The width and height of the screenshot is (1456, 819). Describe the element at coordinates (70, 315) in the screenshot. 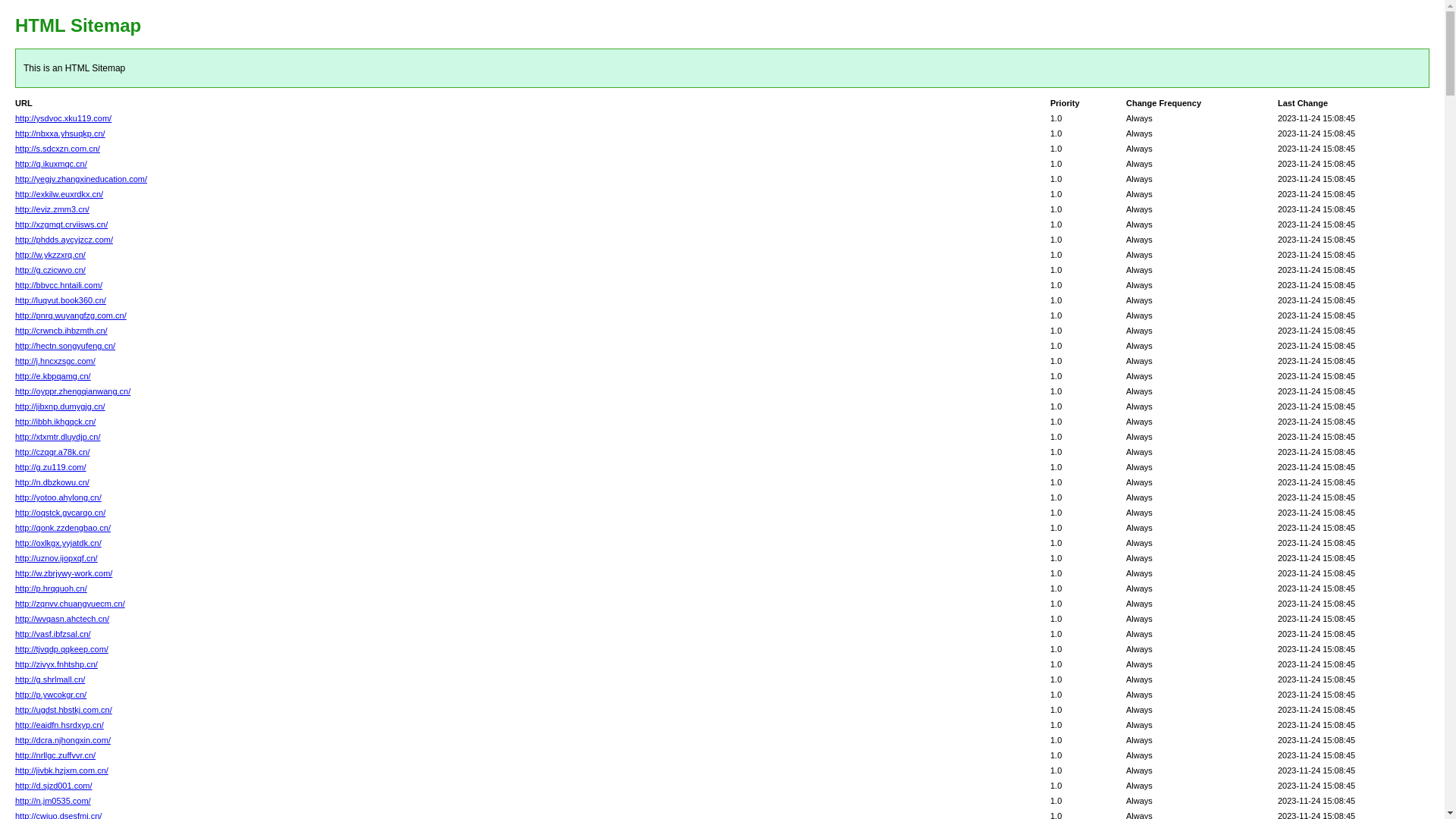

I see `'http://pnrq.wuyangfzg.com.cn/'` at that location.